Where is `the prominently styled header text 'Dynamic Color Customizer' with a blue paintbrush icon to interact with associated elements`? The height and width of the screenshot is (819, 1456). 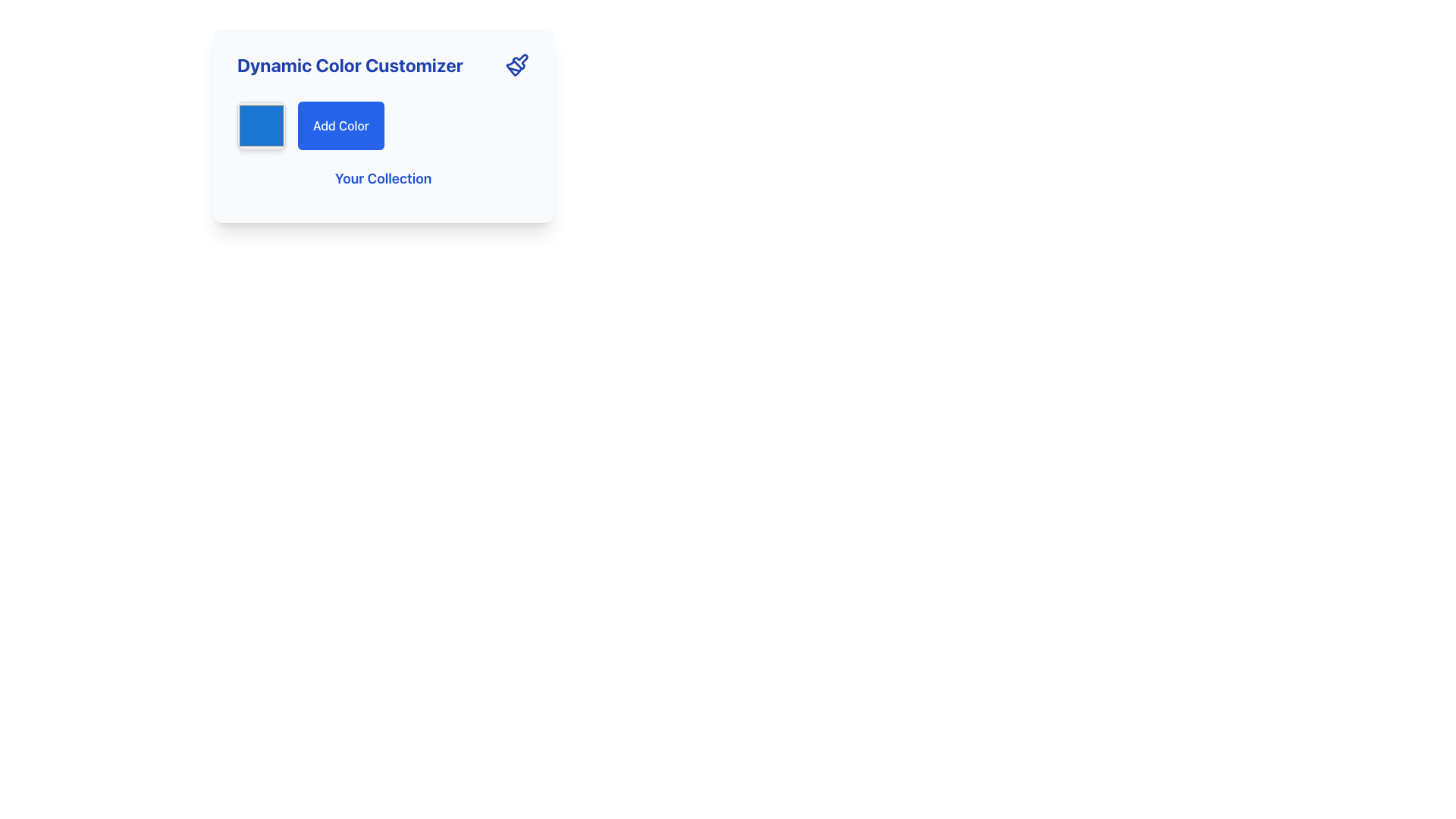
the prominently styled header text 'Dynamic Color Customizer' with a blue paintbrush icon to interact with associated elements is located at coordinates (383, 64).